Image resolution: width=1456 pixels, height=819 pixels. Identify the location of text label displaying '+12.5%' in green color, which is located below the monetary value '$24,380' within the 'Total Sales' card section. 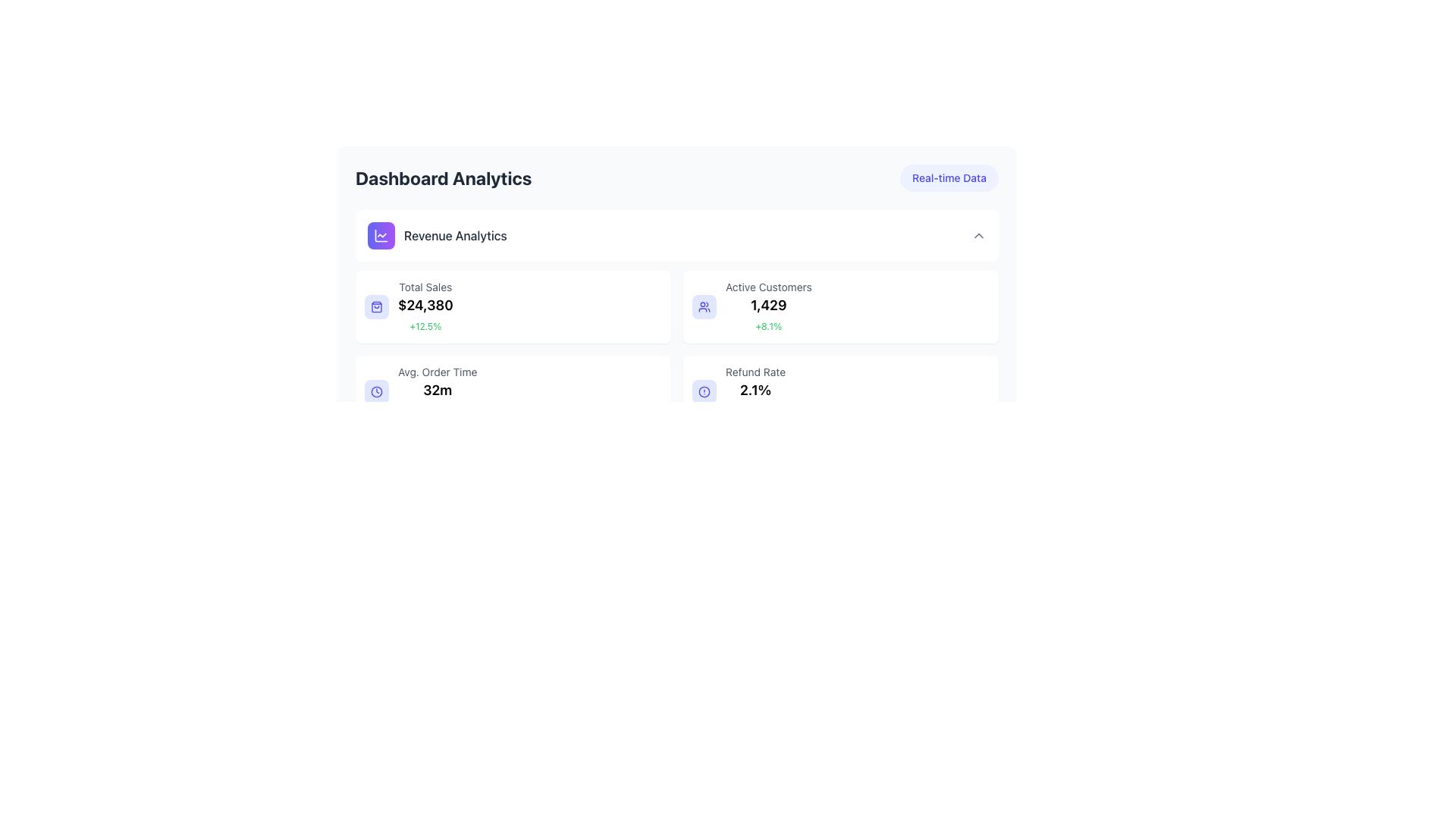
(425, 325).